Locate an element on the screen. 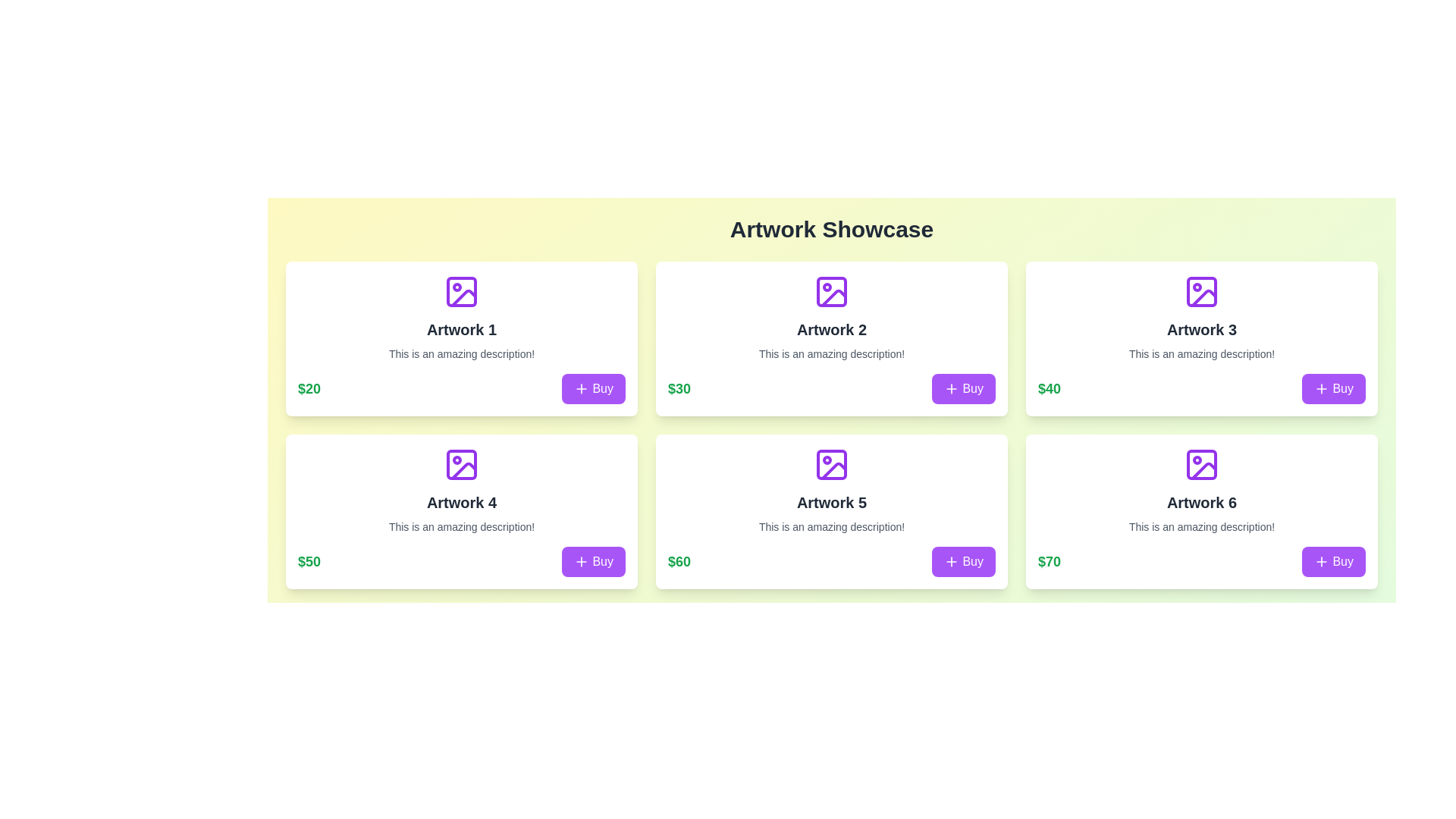 This screenshot has height=819, width=1456. the purchase button located at the bottom right side of the card showcasing 'Artwork 6' is located at coordinates (1333, 561).